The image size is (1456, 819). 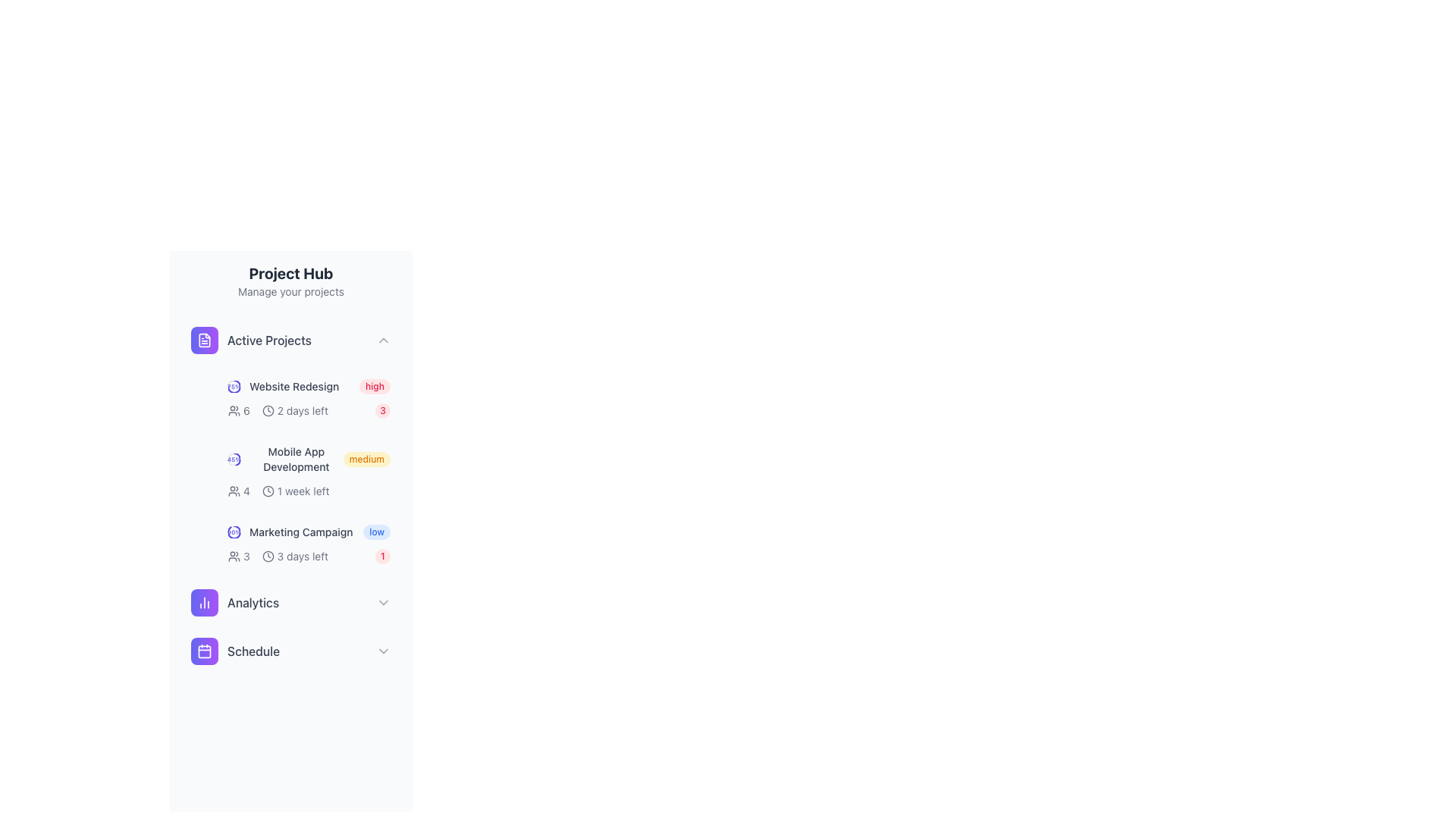 What do you see at coordinates (251, 339) in the screenshot?
I see `the 'Active Projects' label in the left-hand sidebar under 'Project Hub'` at bounding box center [251, 339].